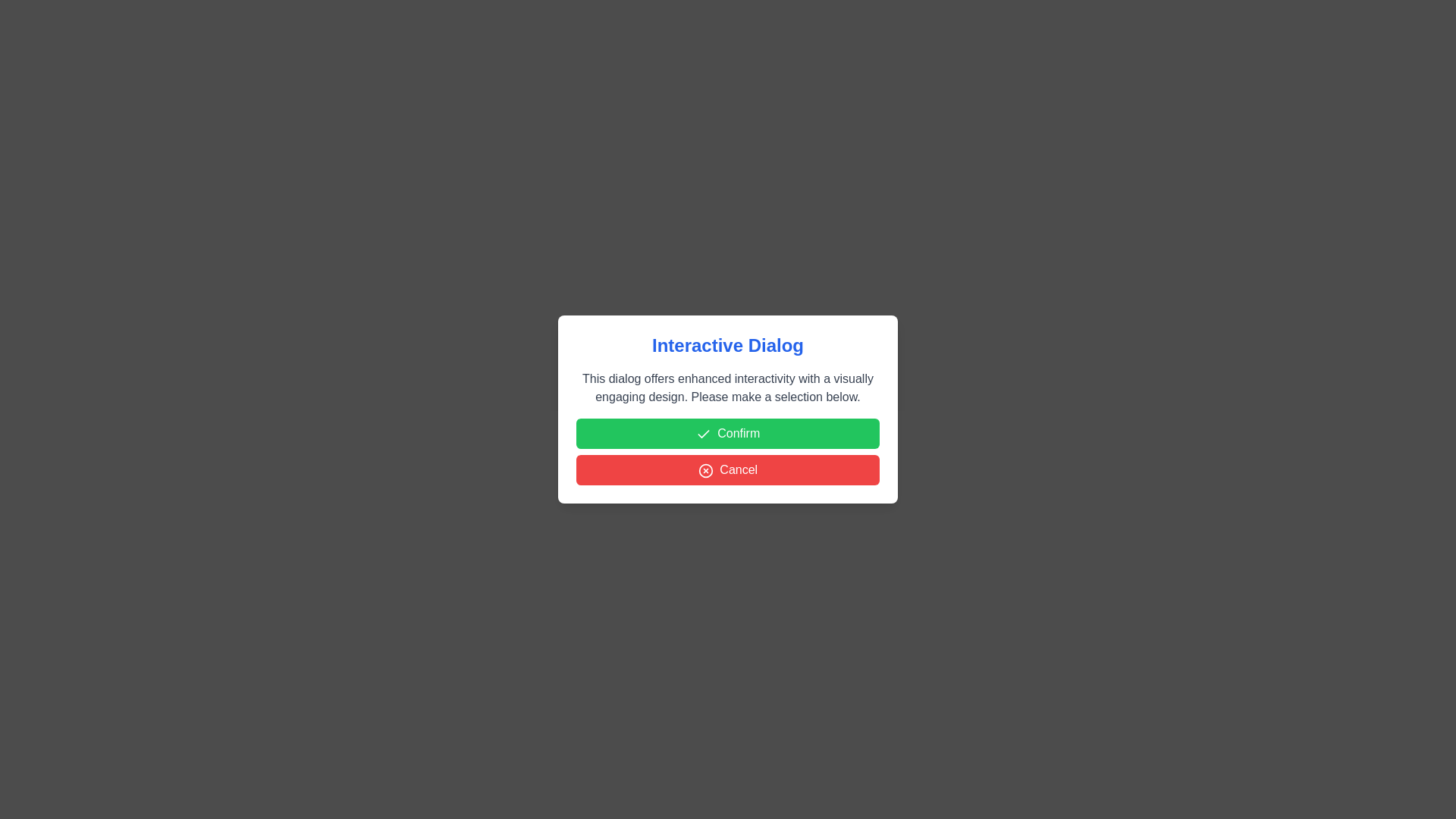 The width and height of the screenshot is (1456, 819). What do you see at coordinates (728, 433) in the screenshot?
I see `'Confirm' button to confirm the action` at bounding box center [728, 433].